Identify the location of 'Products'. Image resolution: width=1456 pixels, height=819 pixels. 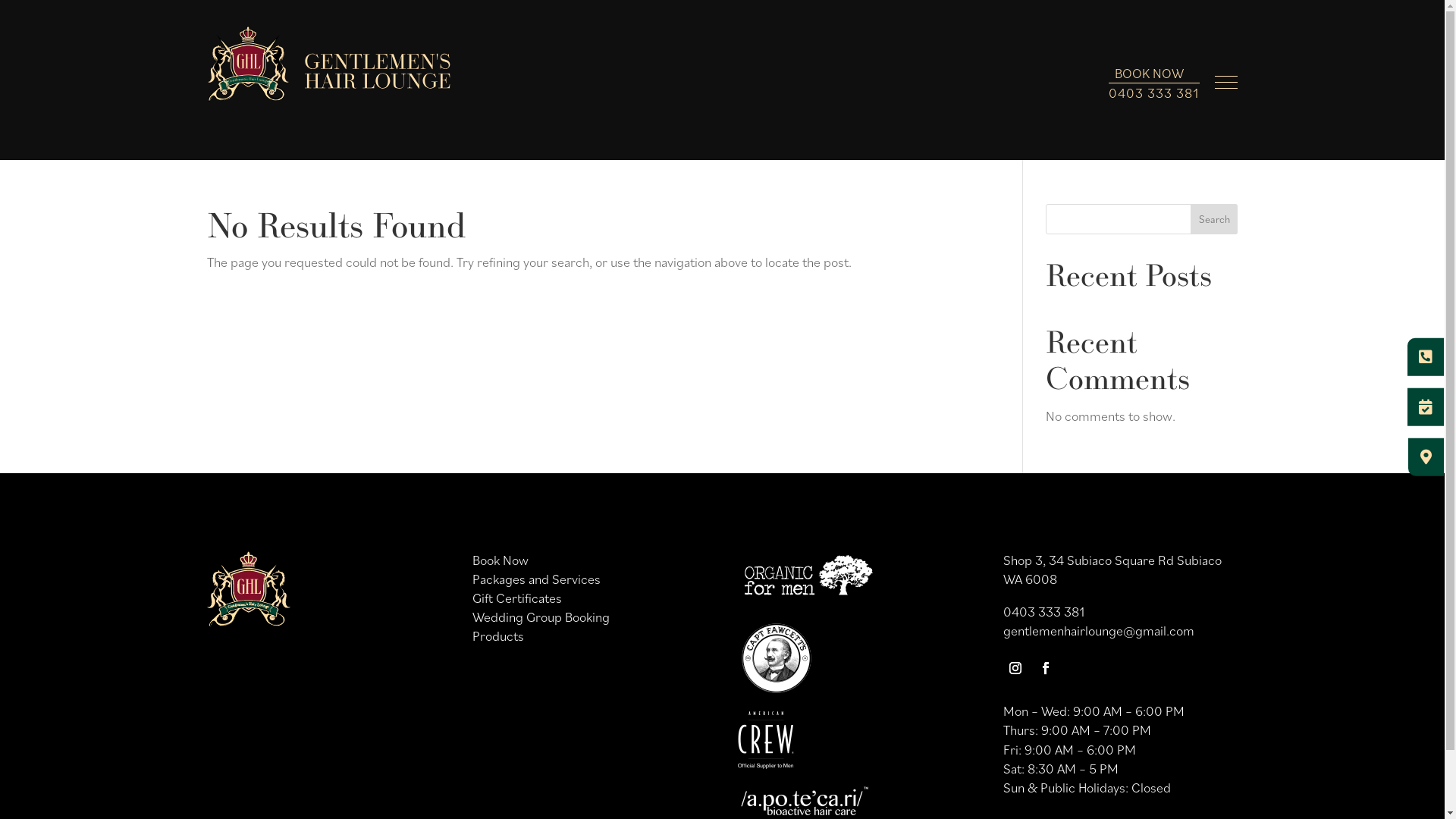
(498, 635).